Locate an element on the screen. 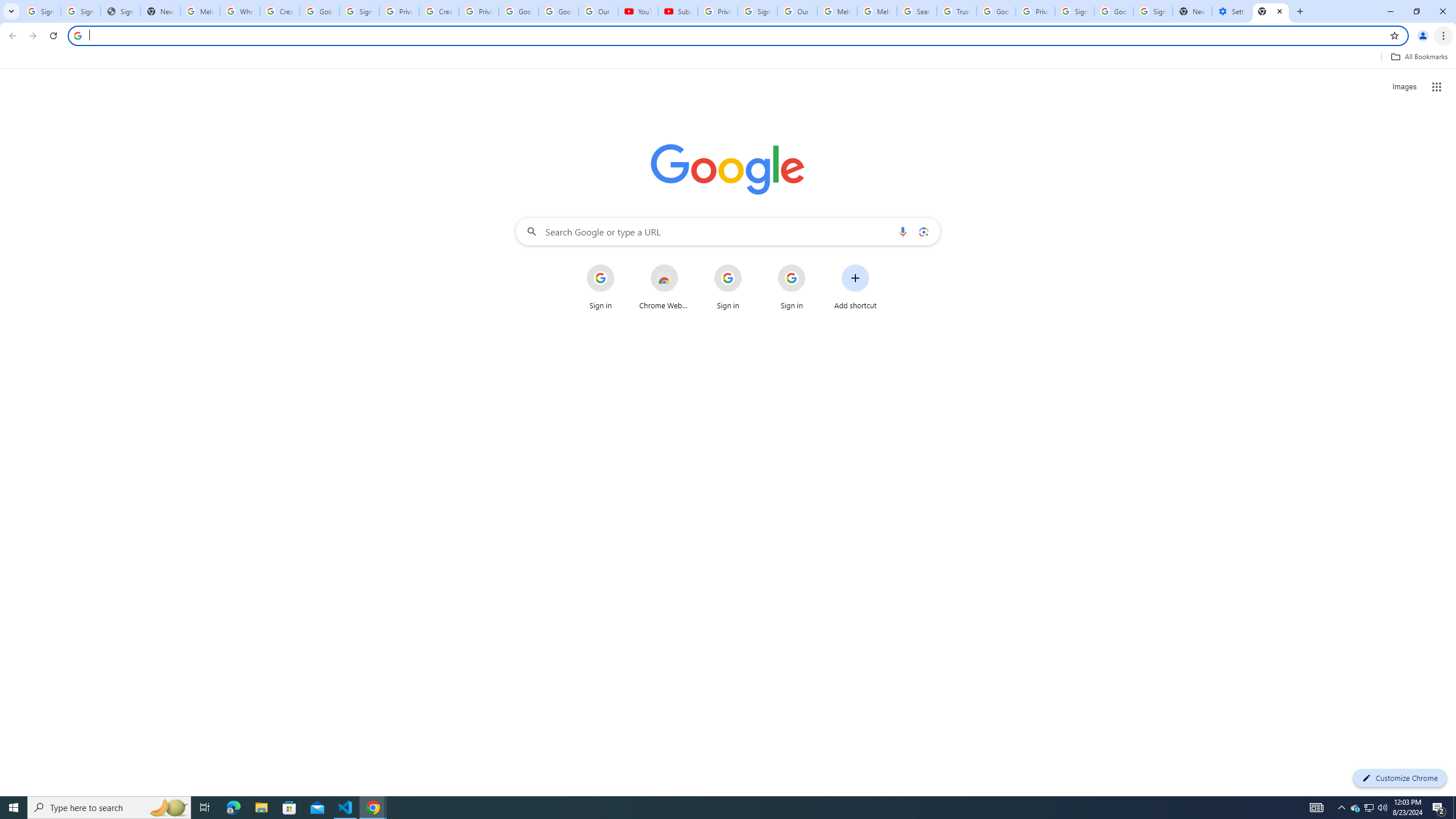 Image resolution: width=1456 pixels, height=819 pixels. 'More actions for Sign in shortcut' is located at coordinates (814, 266).